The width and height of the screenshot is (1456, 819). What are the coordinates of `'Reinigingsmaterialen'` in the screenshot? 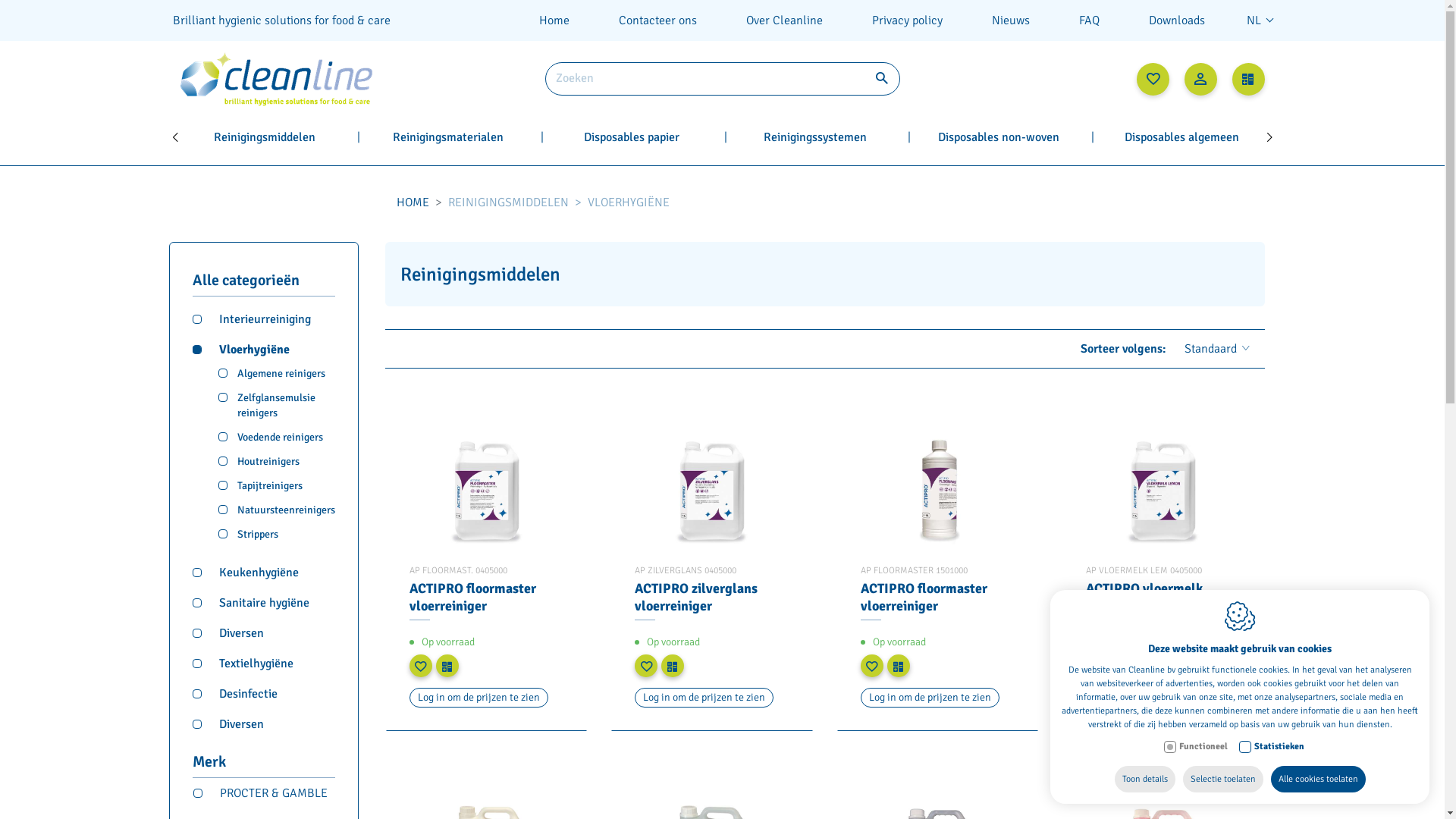 It's located at (447, 137).